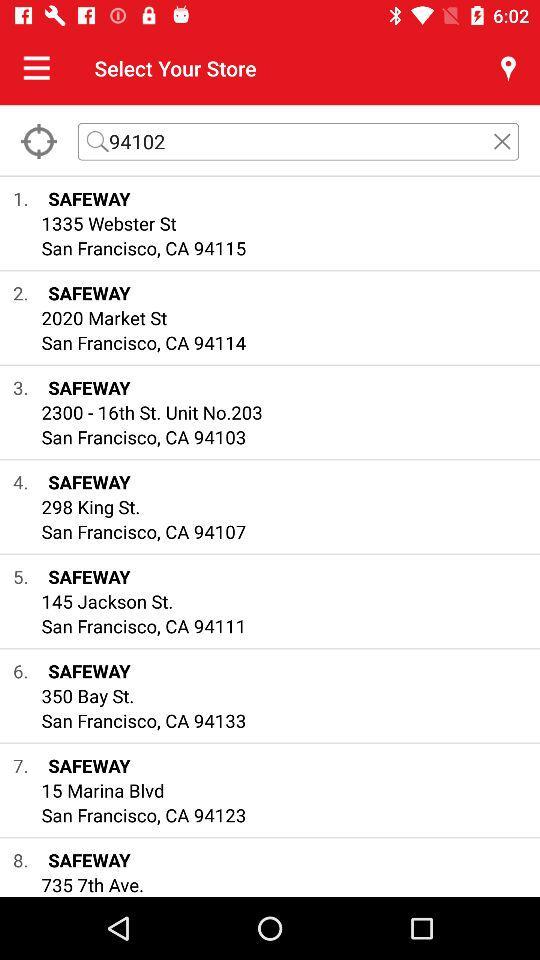  I want to click on the location_crosshair icon, so click(38, 140).